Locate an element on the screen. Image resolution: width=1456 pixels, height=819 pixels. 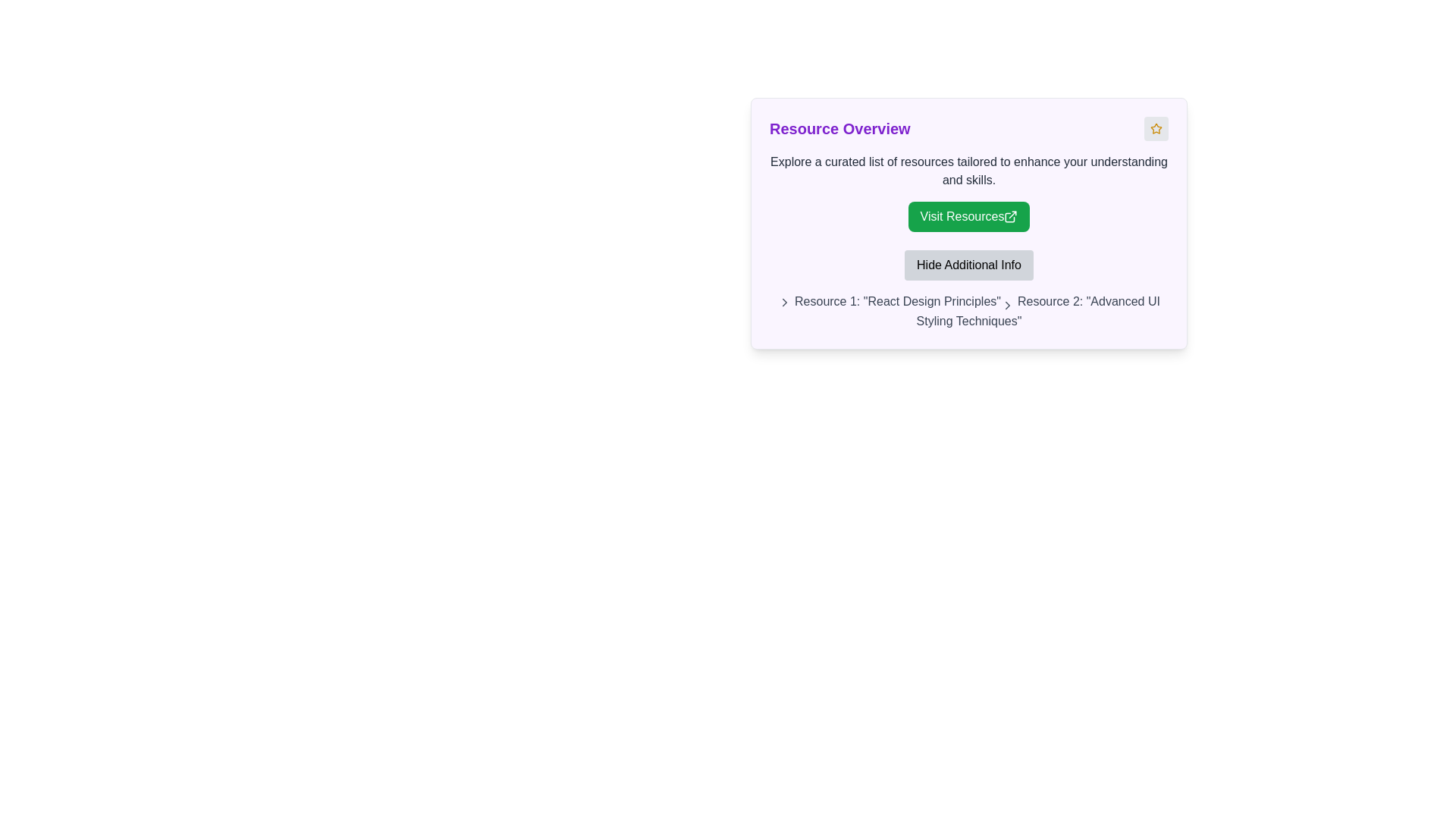
the chevron icon located to the left of the text labeled 'Resource 1: "React Design Principles"' which serves as a visual indicator in the resources list is located at coordinates (785, 302).